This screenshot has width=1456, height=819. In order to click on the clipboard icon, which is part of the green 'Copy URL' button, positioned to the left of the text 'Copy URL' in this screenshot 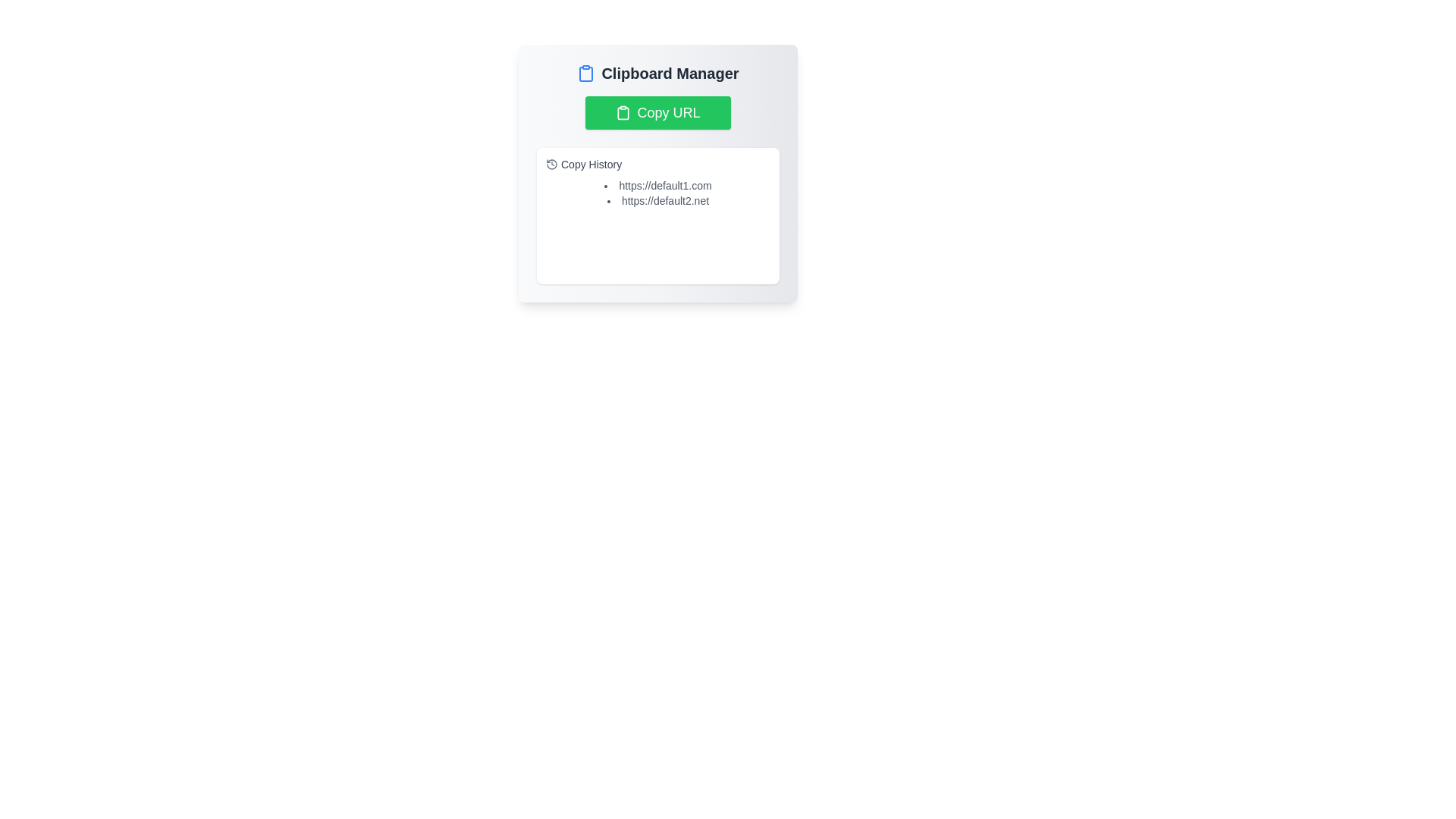, I will do `click(623, 112)`.